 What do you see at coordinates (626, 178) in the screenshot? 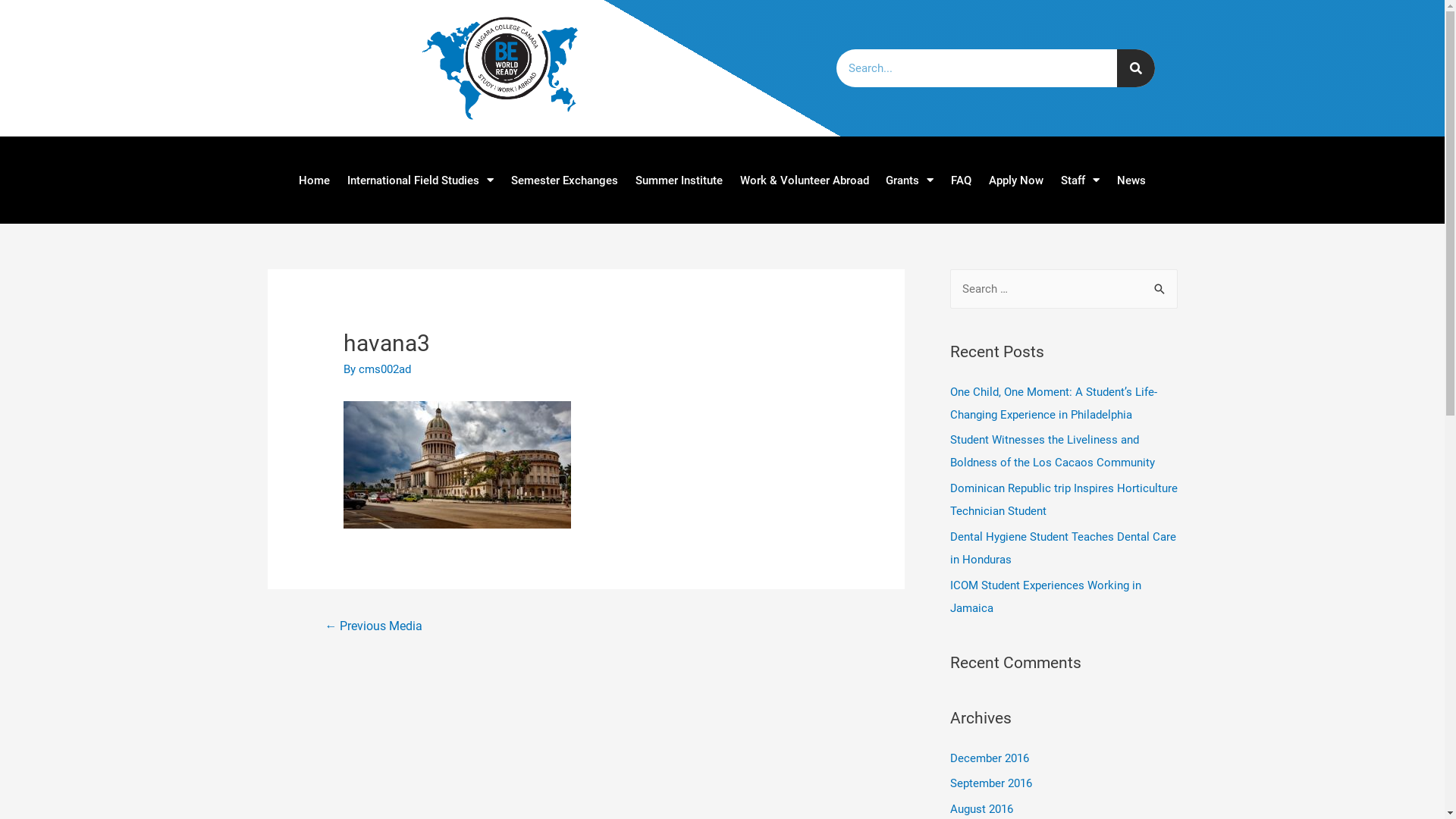
I see `'Summer Institute'` at bounding box center [626, 178].